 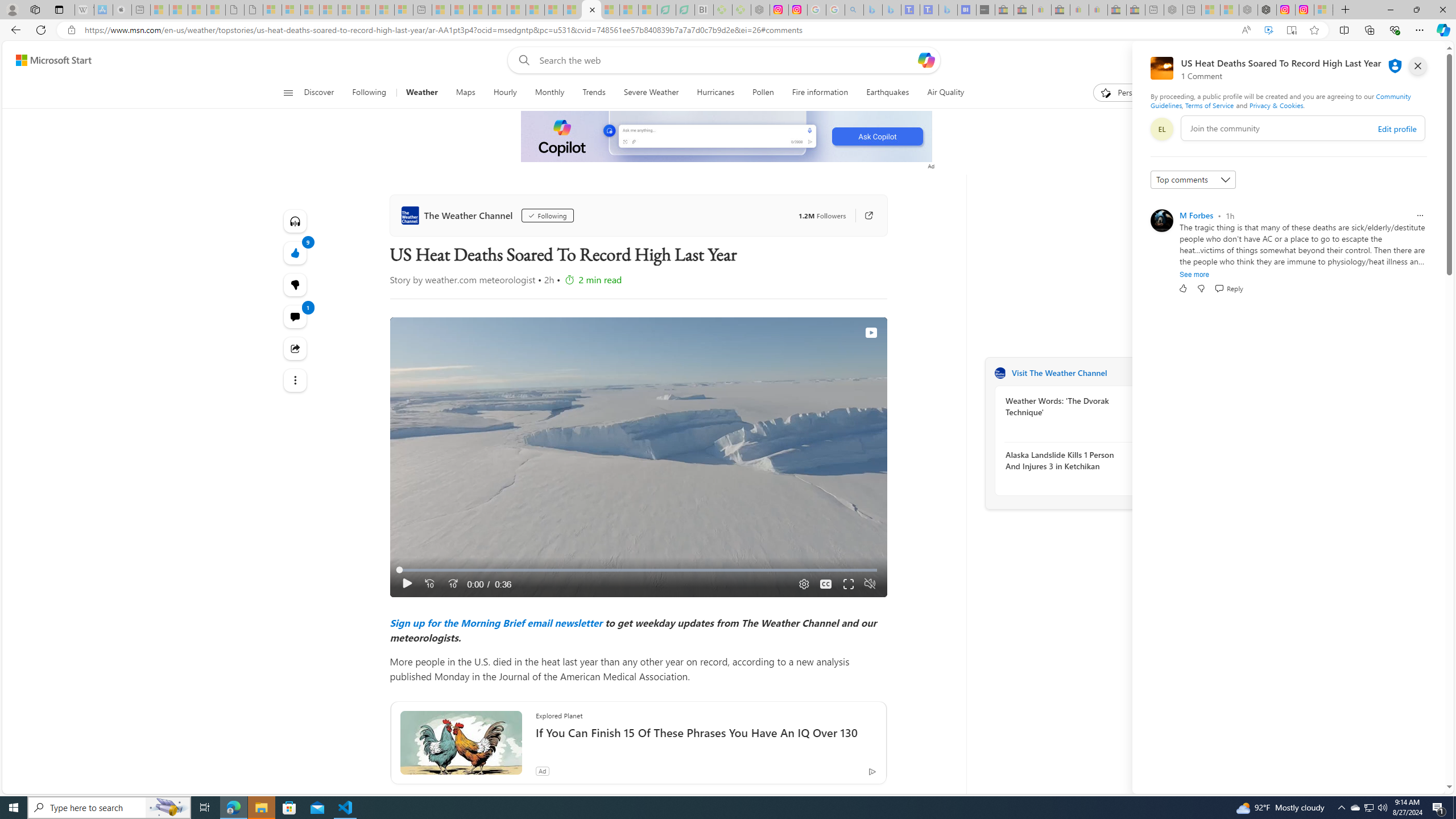 What do you see at coordinates (122, 9) in the screenshot?
I see `'Buy iPad - Apple - Sleeping'` at bounding box center [122, 9].